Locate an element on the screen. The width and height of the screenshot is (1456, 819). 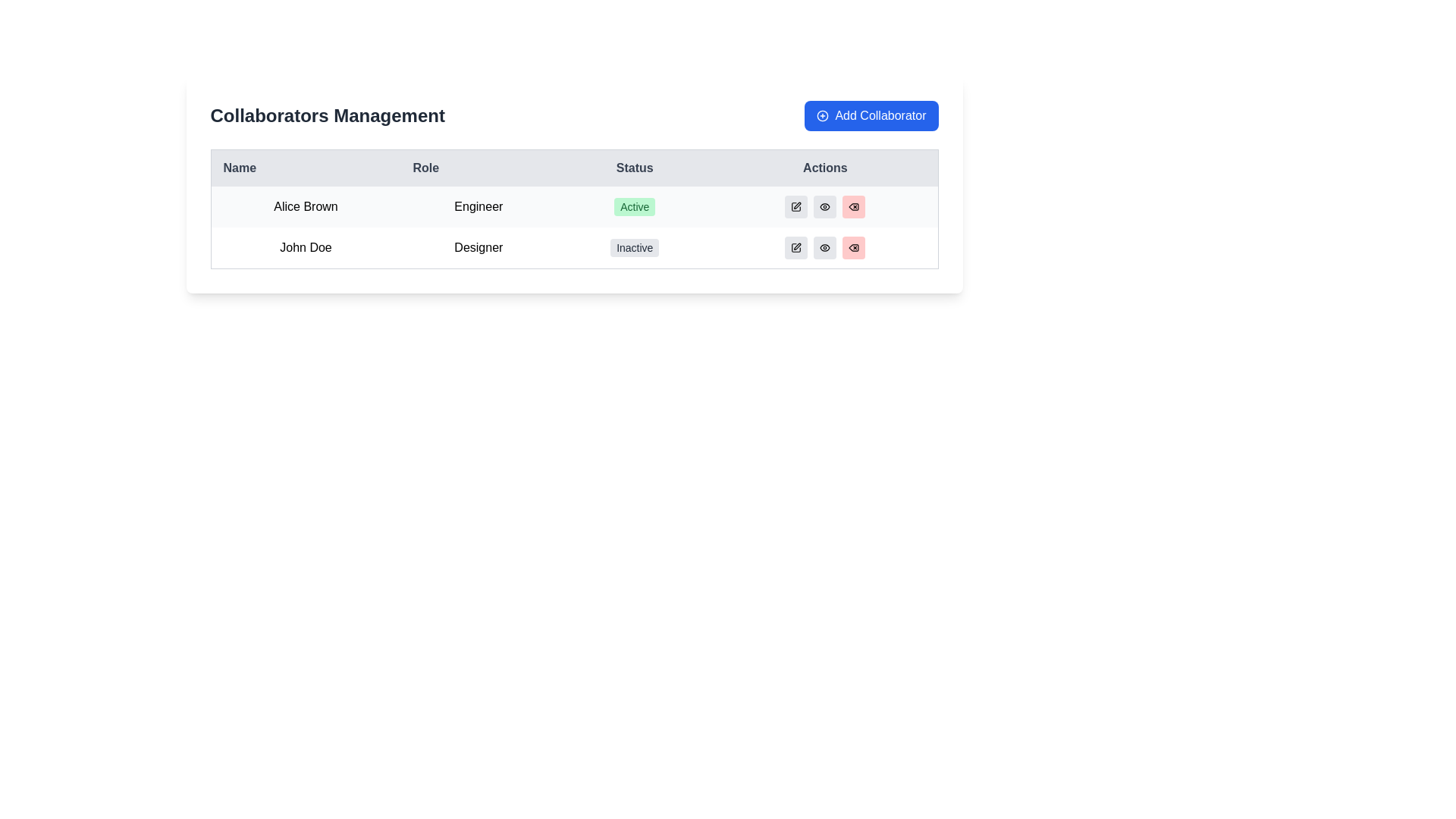
the edit icon located in the second row under the 'Actions' column to initiate edit mode for the associated row is located at coordinates (795, 247).